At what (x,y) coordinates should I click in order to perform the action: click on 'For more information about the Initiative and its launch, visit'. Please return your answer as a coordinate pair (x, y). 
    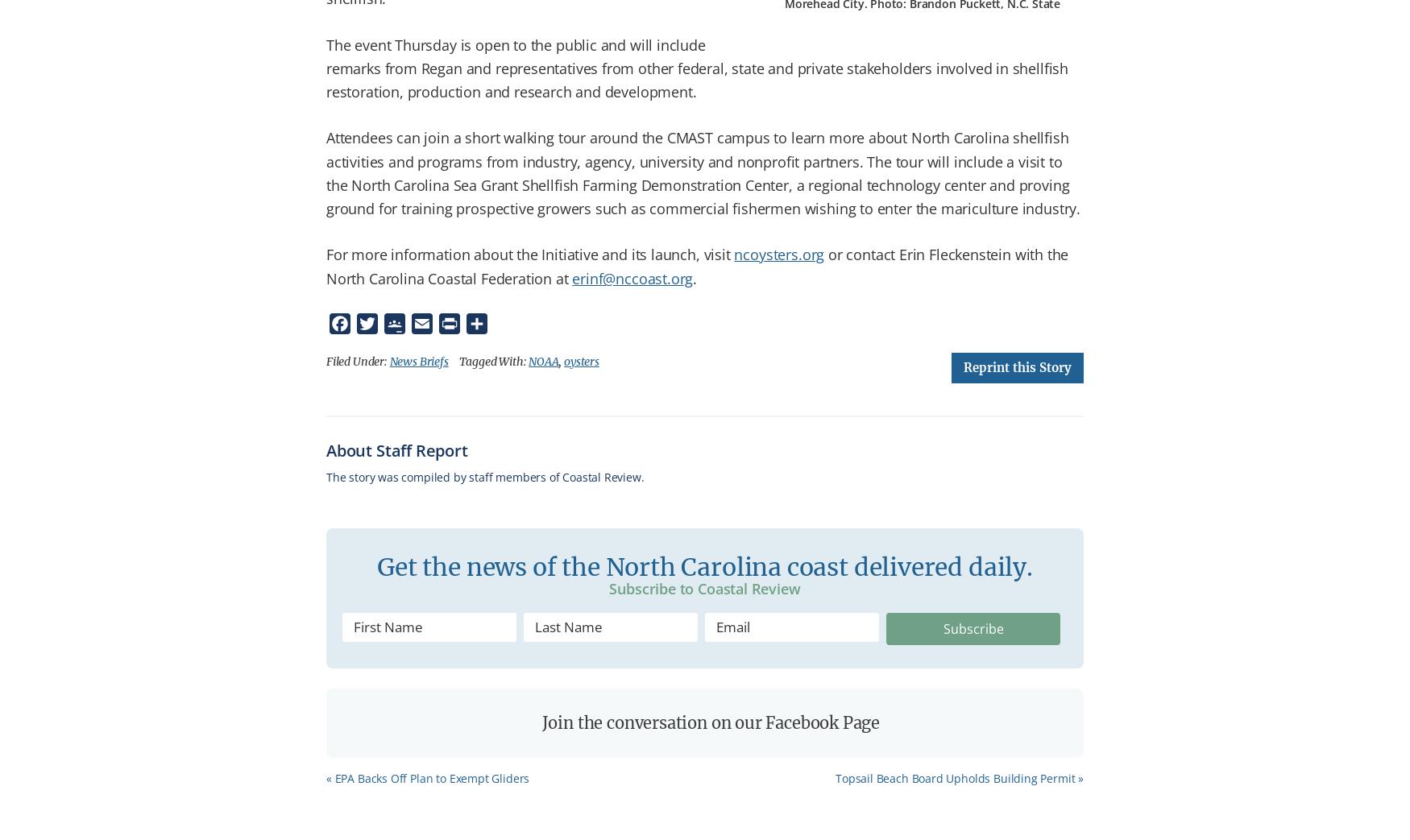
    Looking at the image, I should click on (529, 254).